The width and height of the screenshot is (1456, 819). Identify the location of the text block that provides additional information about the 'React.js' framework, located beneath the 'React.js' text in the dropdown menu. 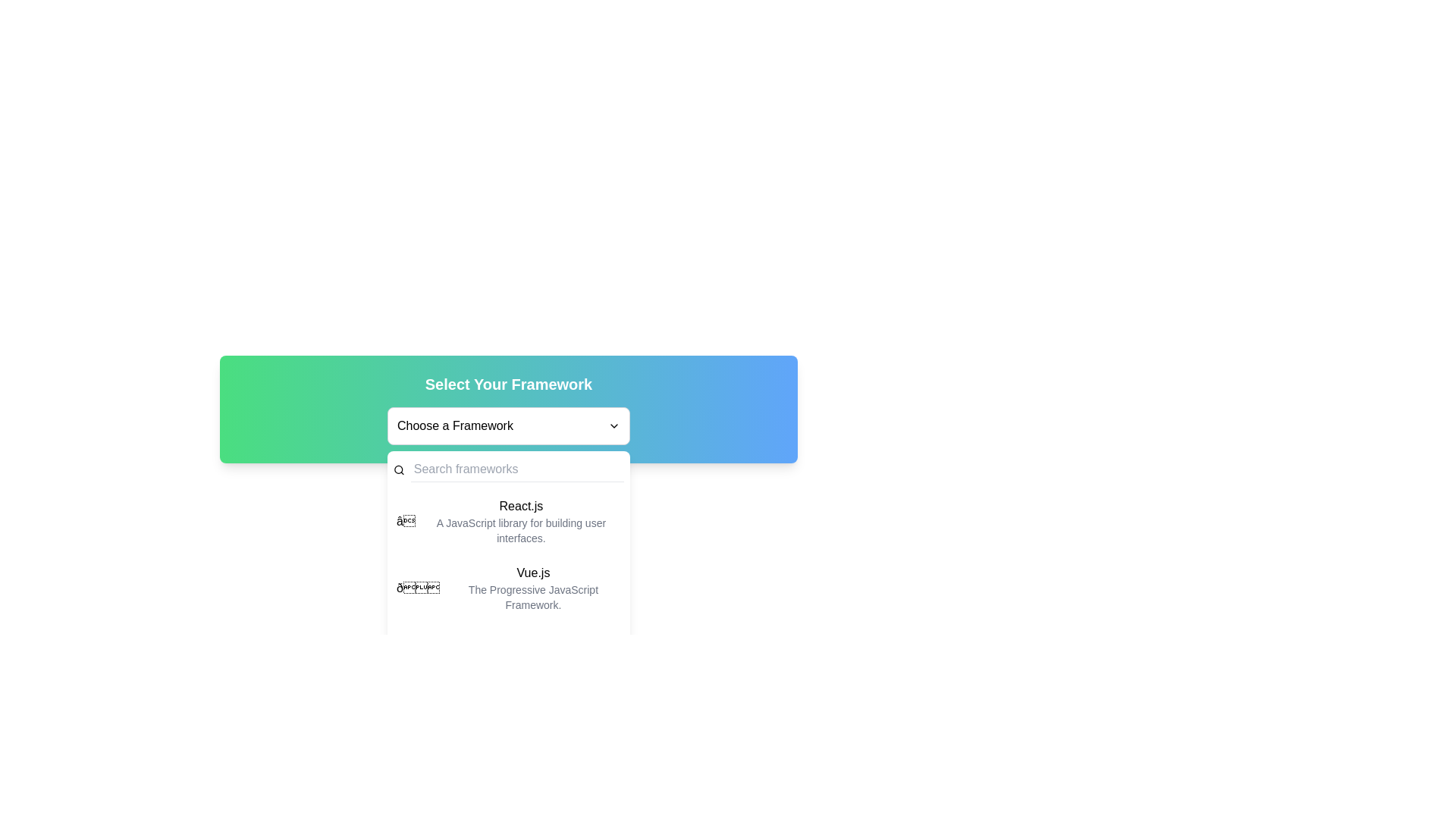
(521, 529).